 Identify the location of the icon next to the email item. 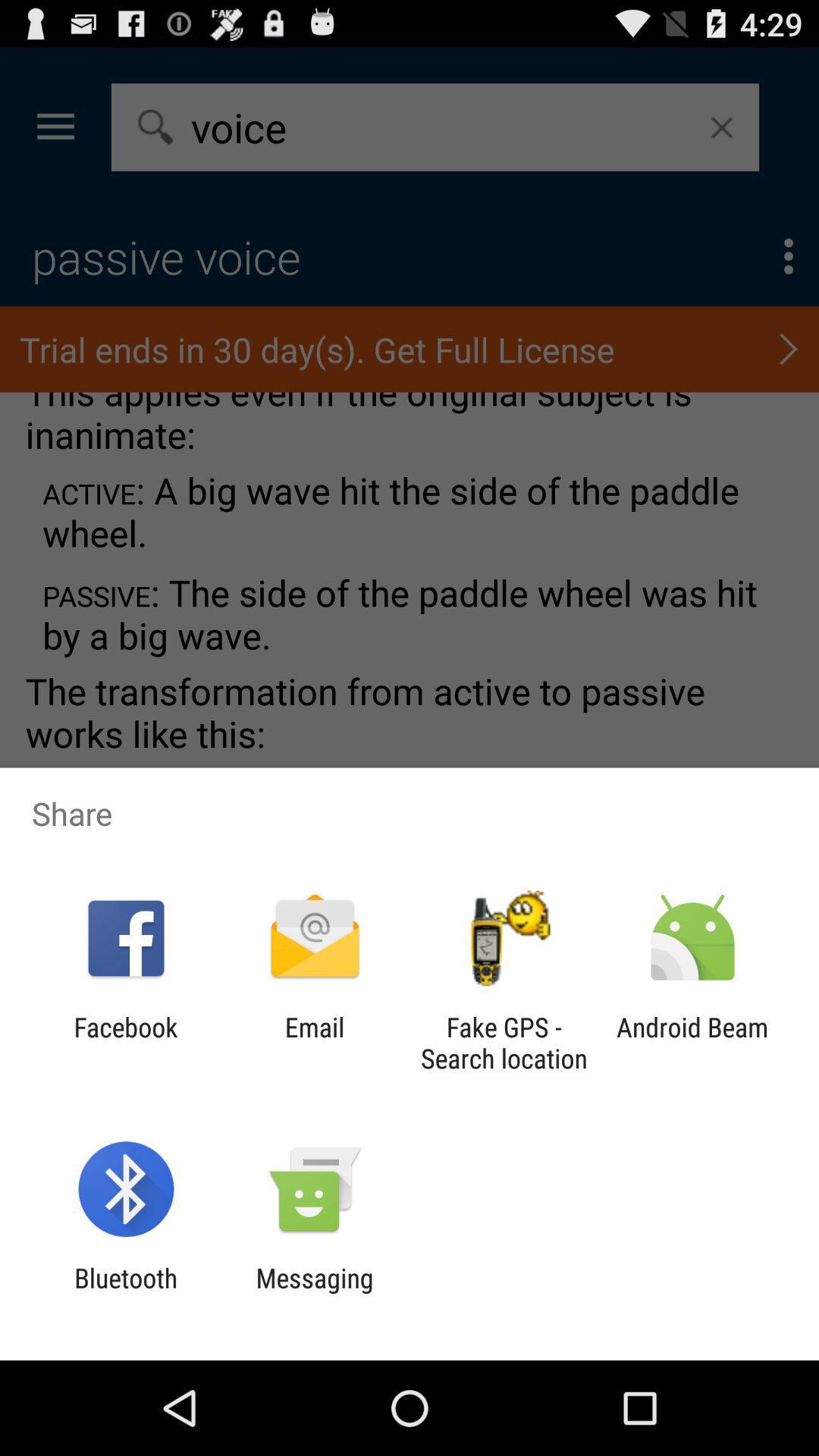
(504, 1042).